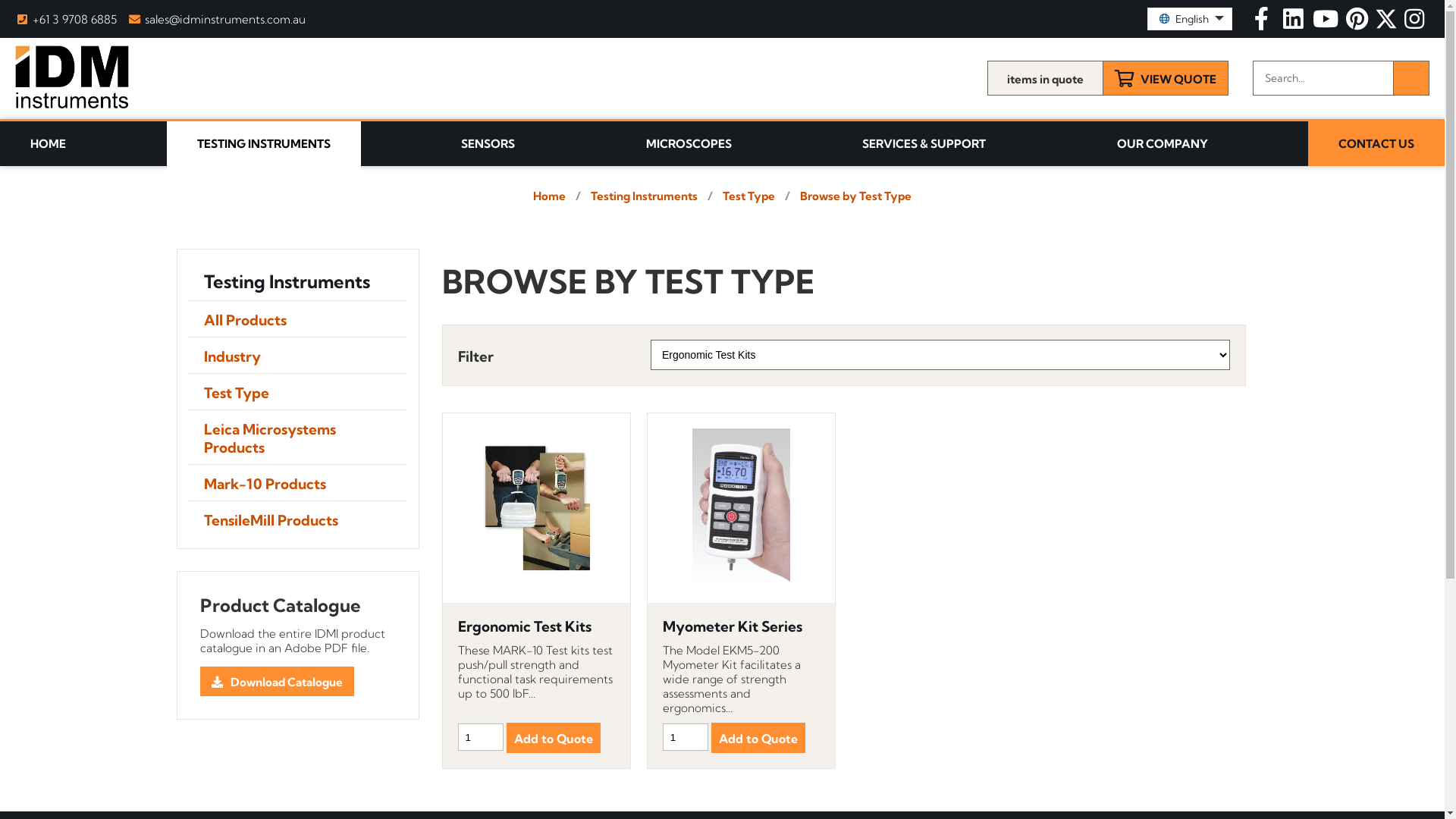 This screenshot has width=1456, height=819. What do you see at coordinates (187, 482) in the screenshot?
I see `'Mark-10 Products'` at bounding box center [187, 482].